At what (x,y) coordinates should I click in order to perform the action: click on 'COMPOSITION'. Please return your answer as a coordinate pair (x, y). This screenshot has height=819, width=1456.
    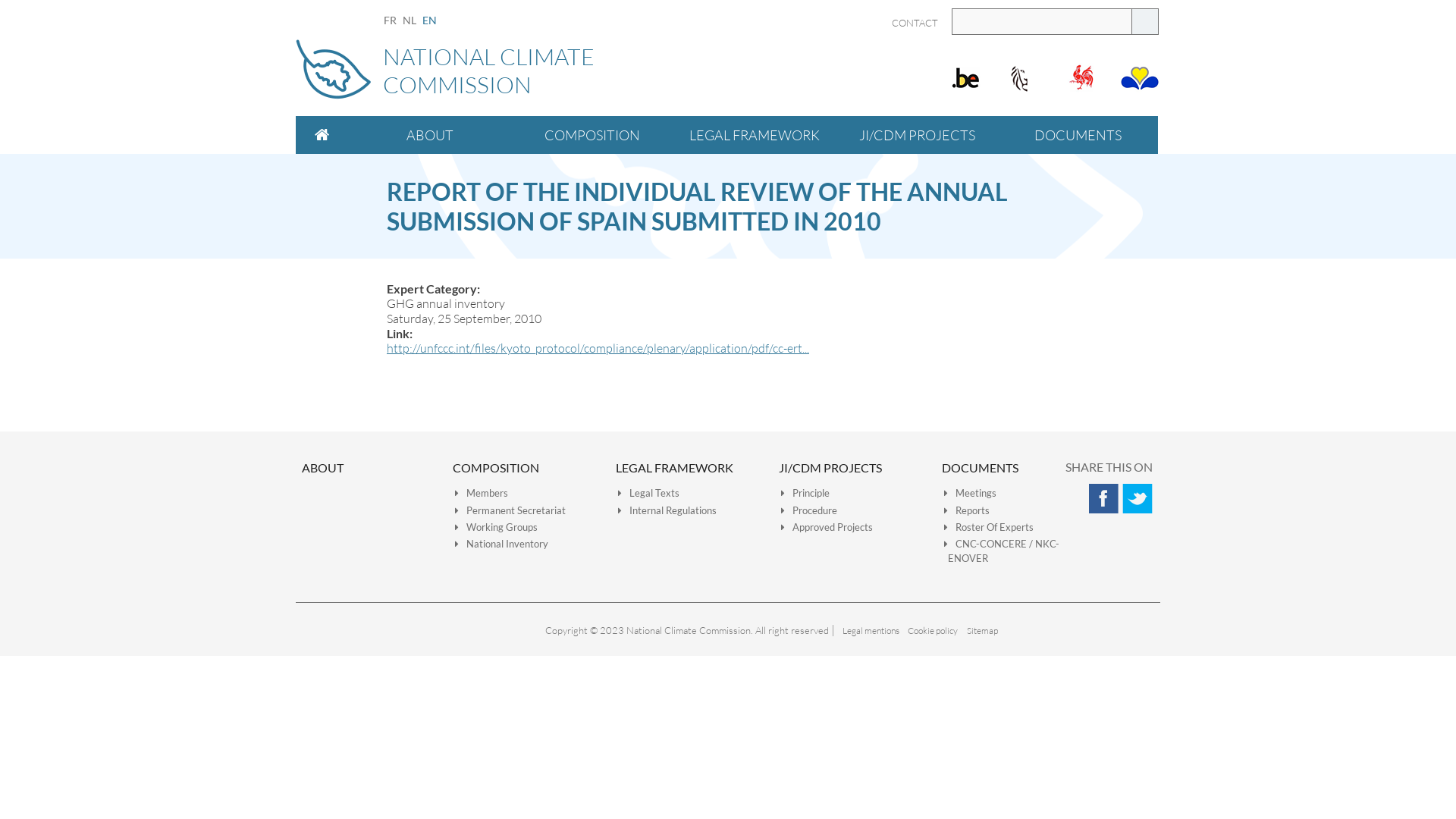
    Looking at the image, I should click on (495, 466).